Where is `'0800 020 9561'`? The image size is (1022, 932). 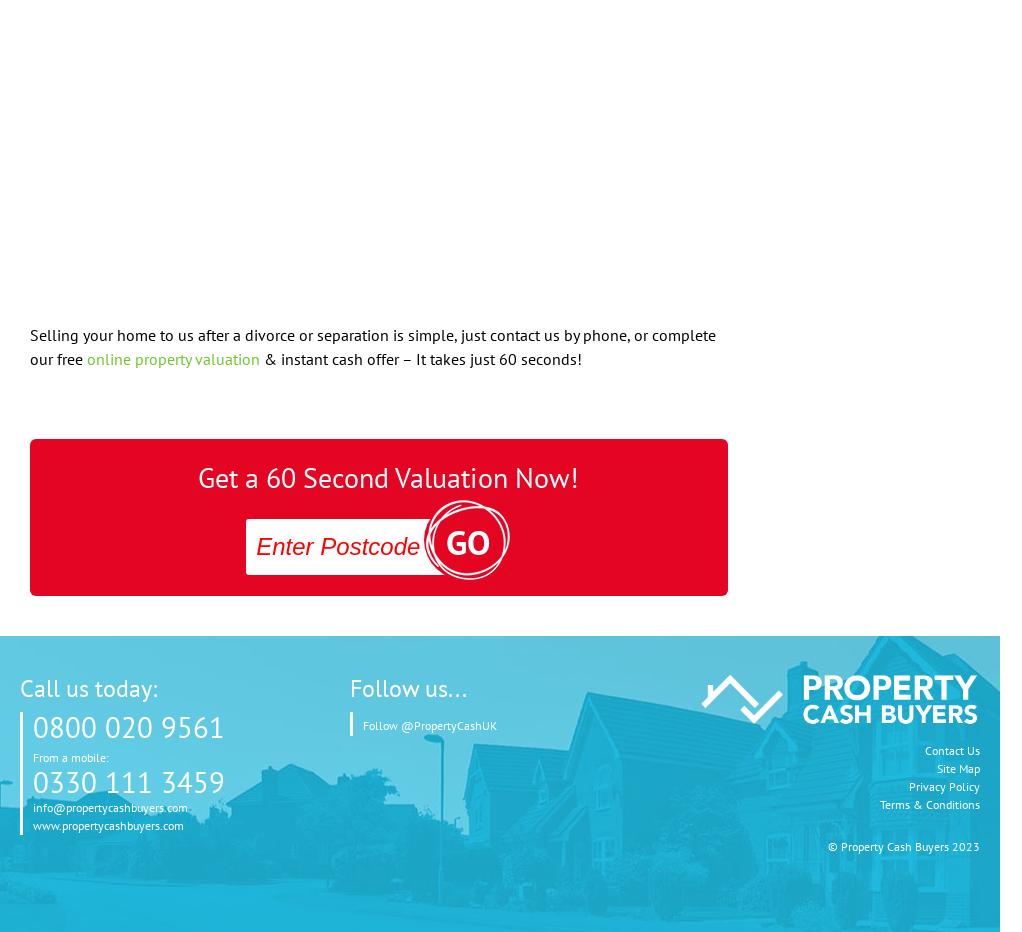 '0800 020 9561' is located at coordinates (128, 725).